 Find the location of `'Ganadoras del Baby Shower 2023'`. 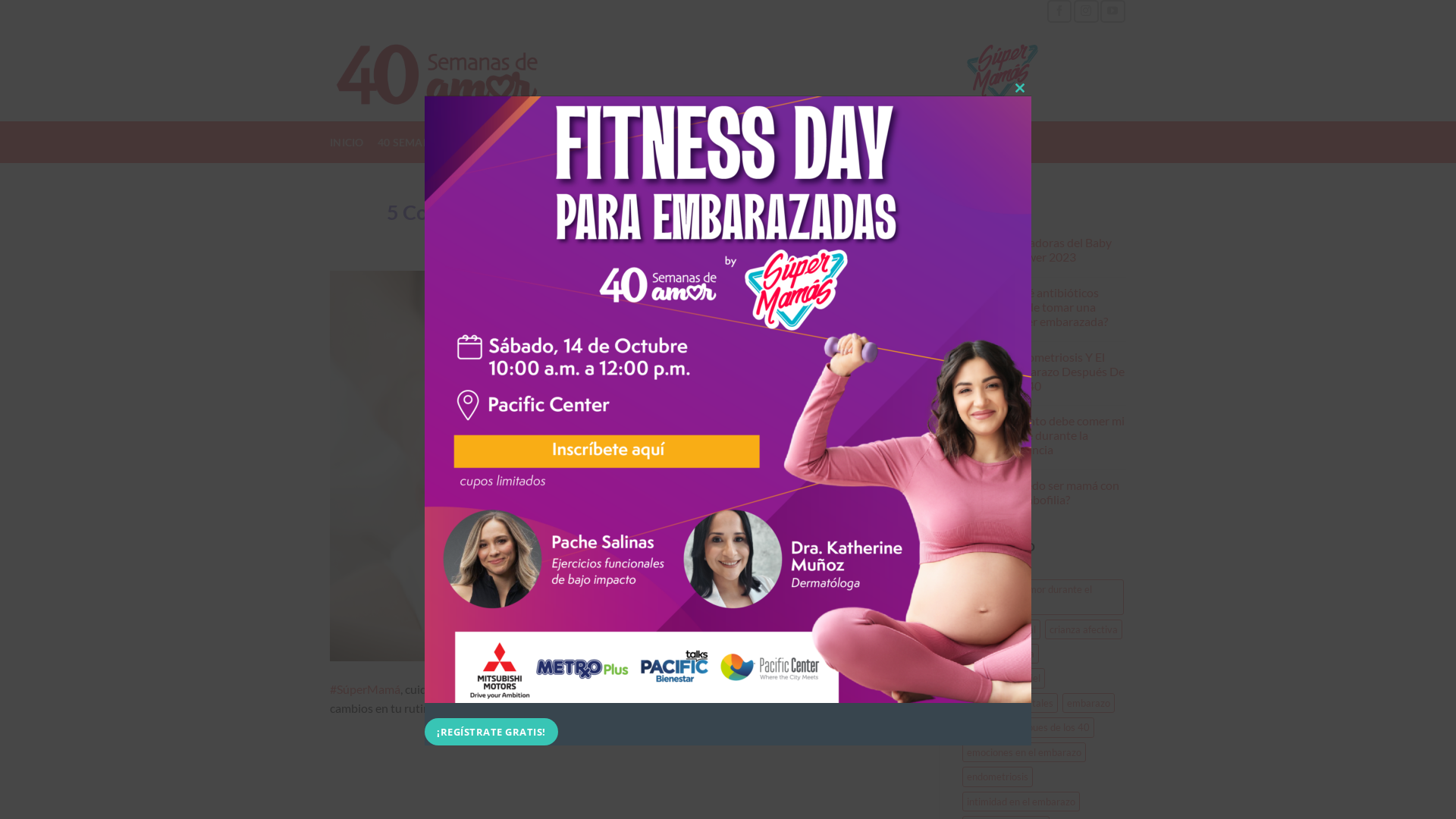

'Ganadoras del Baby Shower 2023' is located at coordinates (1065, 248).